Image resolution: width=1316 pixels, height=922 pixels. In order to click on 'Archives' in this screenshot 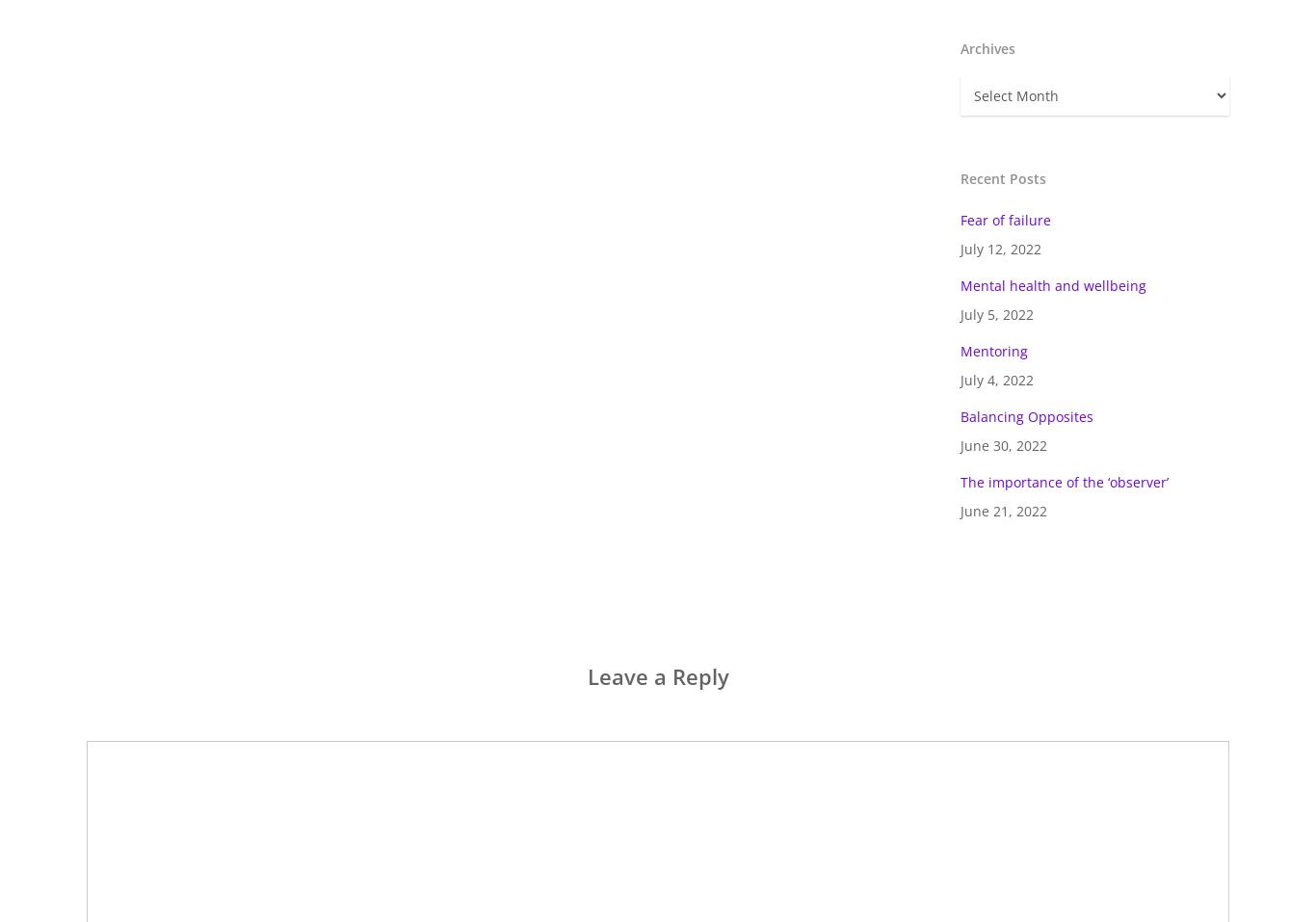, I will do `click(987, 47)`.